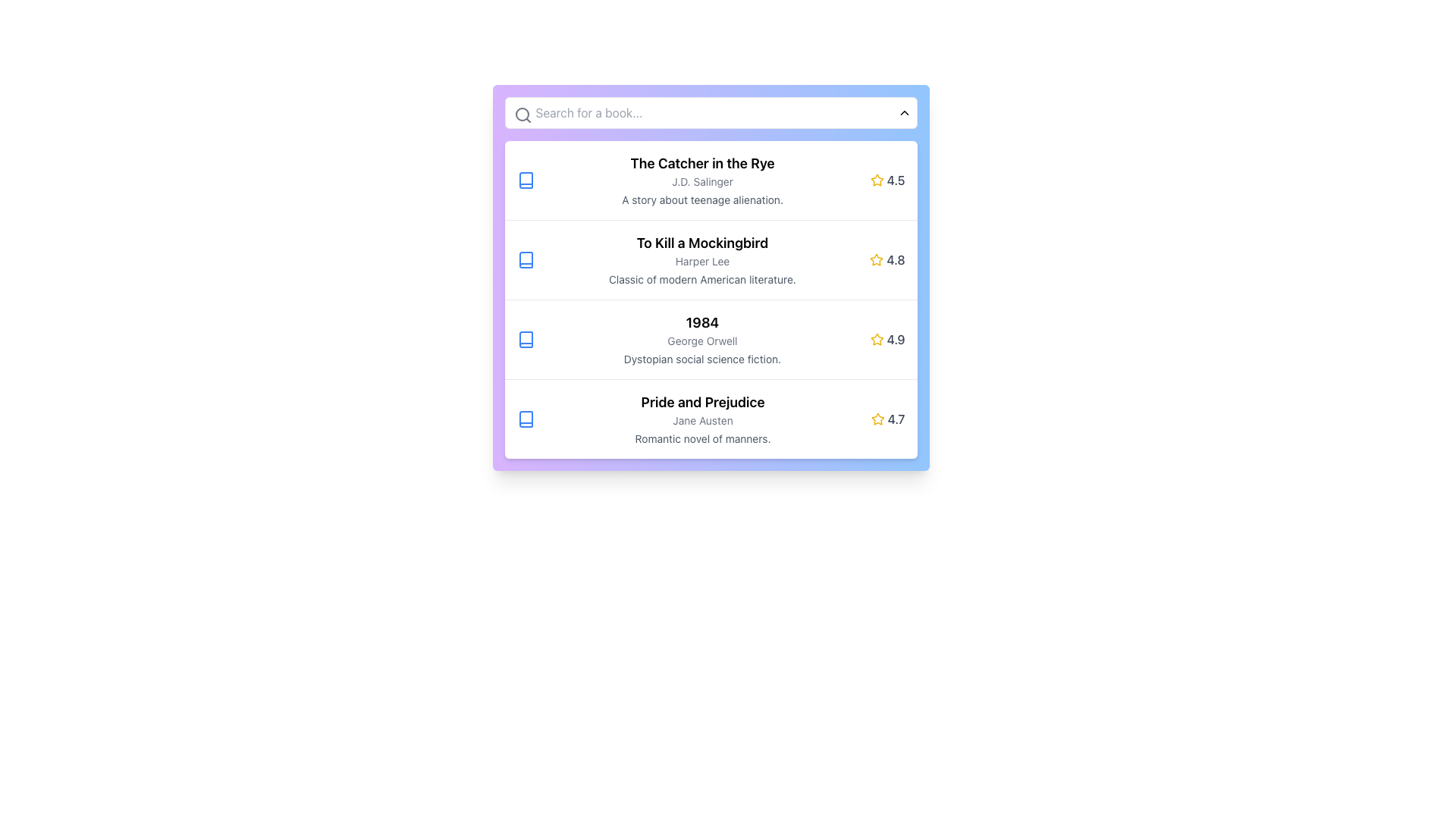  What do you see at coordinates (701, 322) in the screenshot?
I see `title of the book displayed in the static text label, which is positioned at the top center of the listing card` at bounding box center [701, 322].